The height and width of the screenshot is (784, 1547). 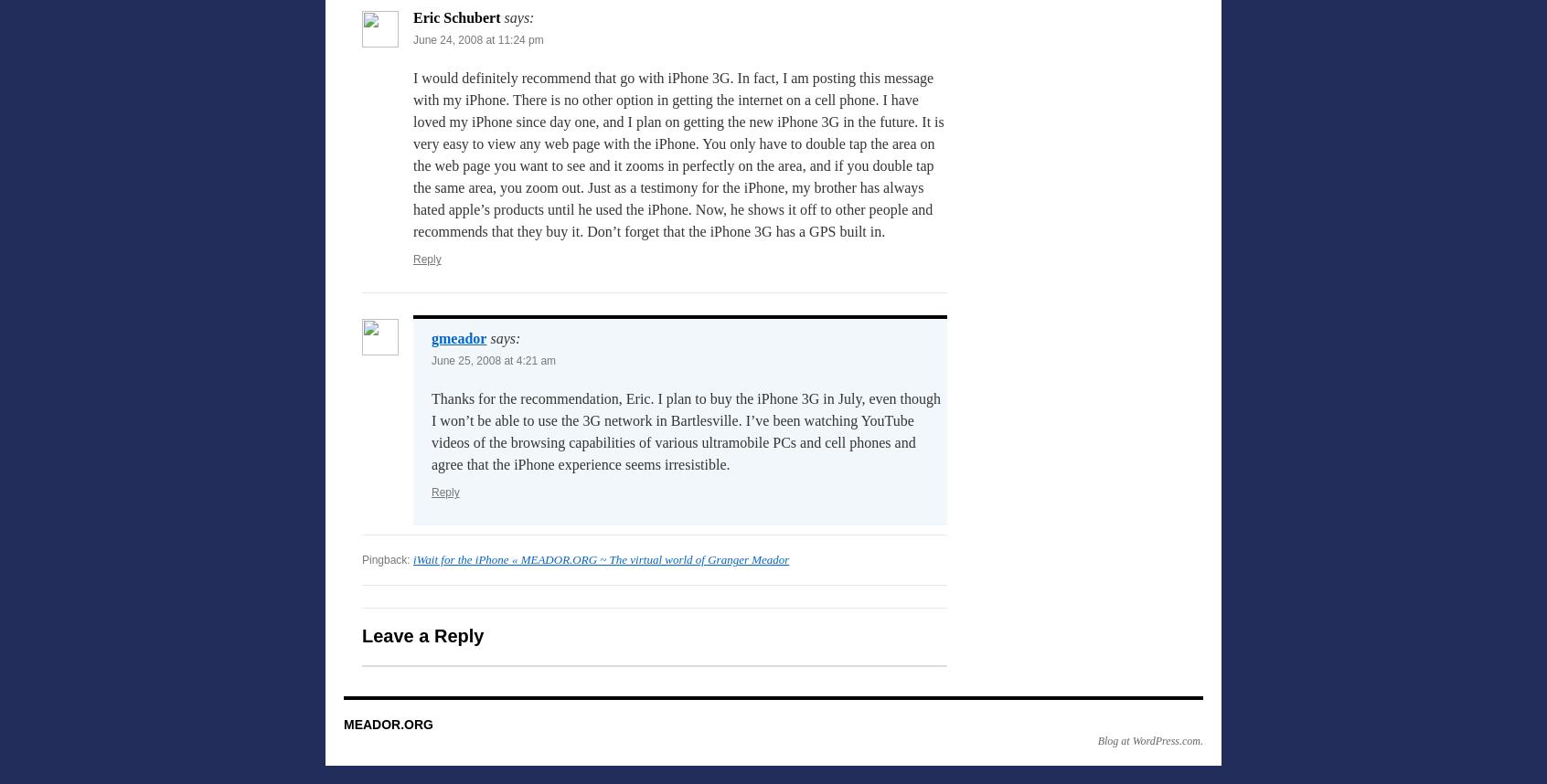 What do you see at coordinates (431, 431) in the screenshot?
I see `'Thanks for the recommendation, Eric.  I plan to buy the iPhone 3G in July, even though I won’t be able to use the 3G network in Bartlesville.  I’ve been watching YouTube videos of the browsing capabilities of various ultramobile PCs and cell phones and agree that the iPhone experience seems irresistible.'` at bounding box center [431, 431].